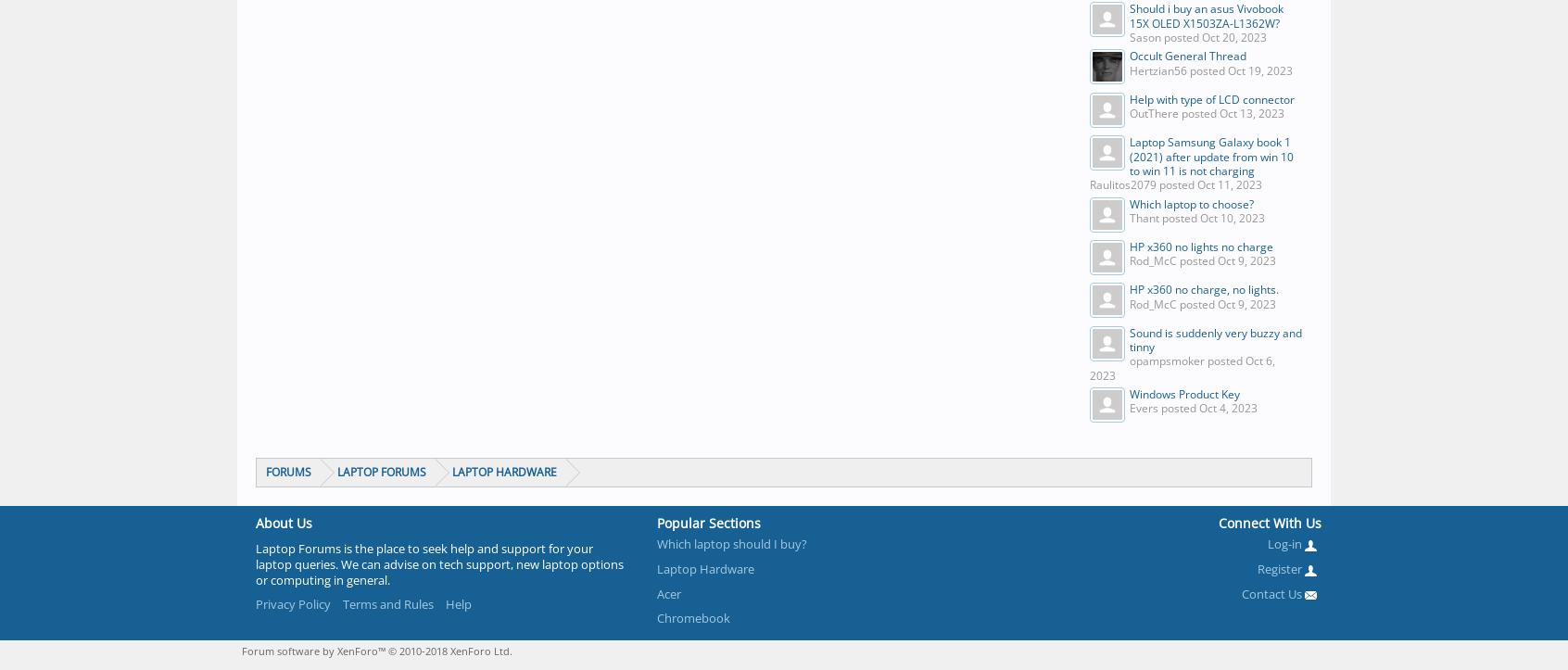  I want to click on 'About Us', so click(283, 522).